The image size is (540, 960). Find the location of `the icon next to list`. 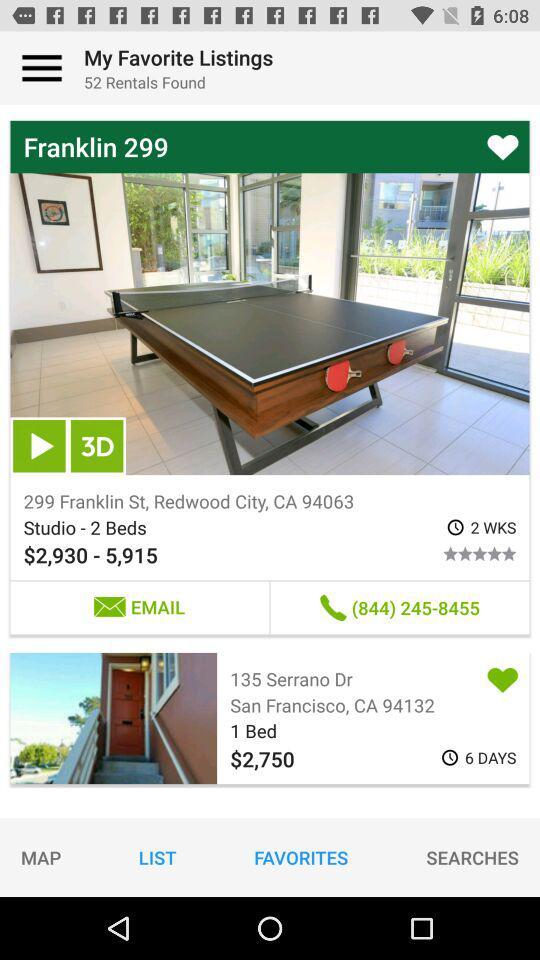

the icon next to list is located at coordinates (300, 856).